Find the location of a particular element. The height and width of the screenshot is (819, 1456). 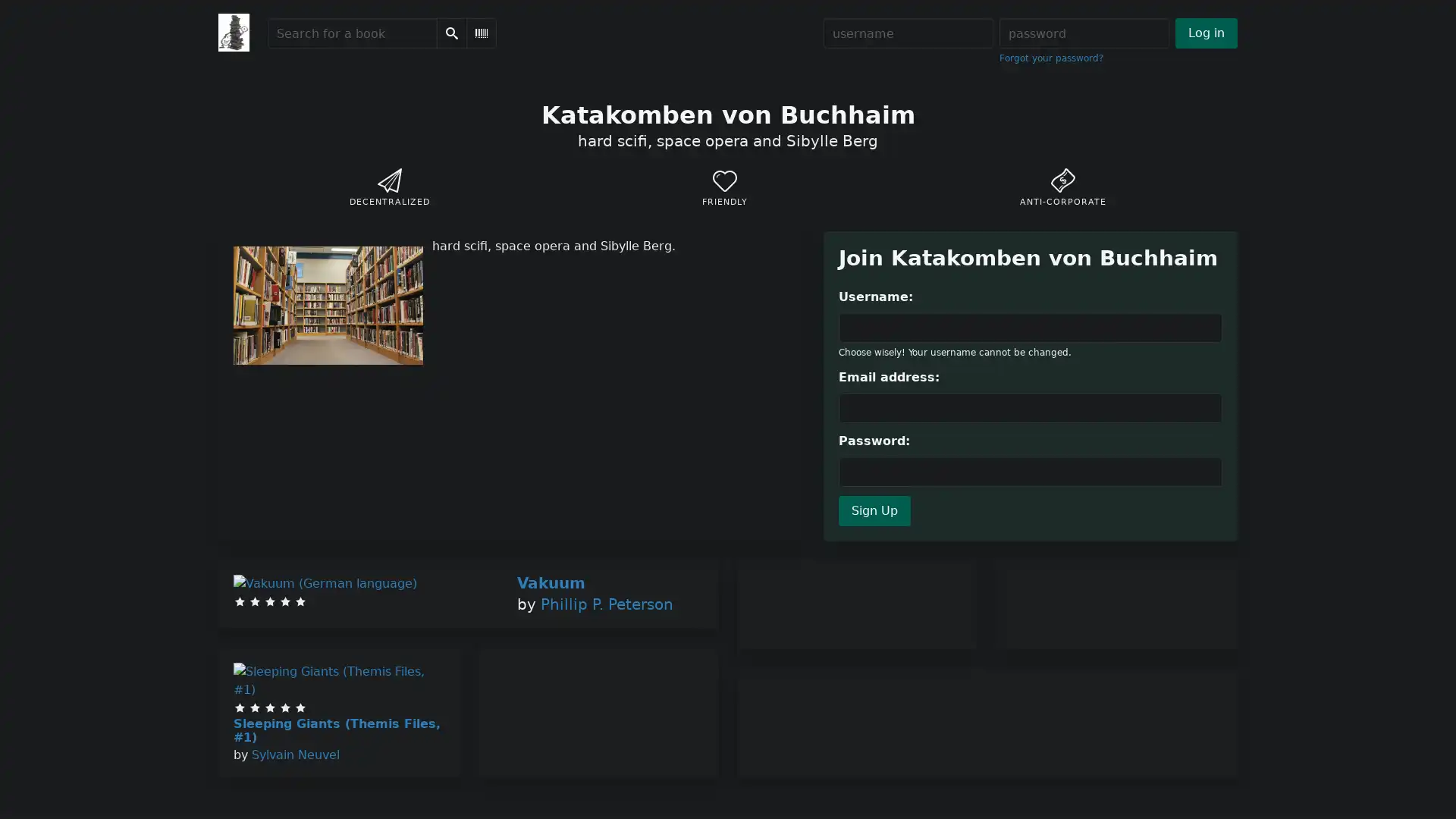

Sign Up is located at coordinates (874, 511).